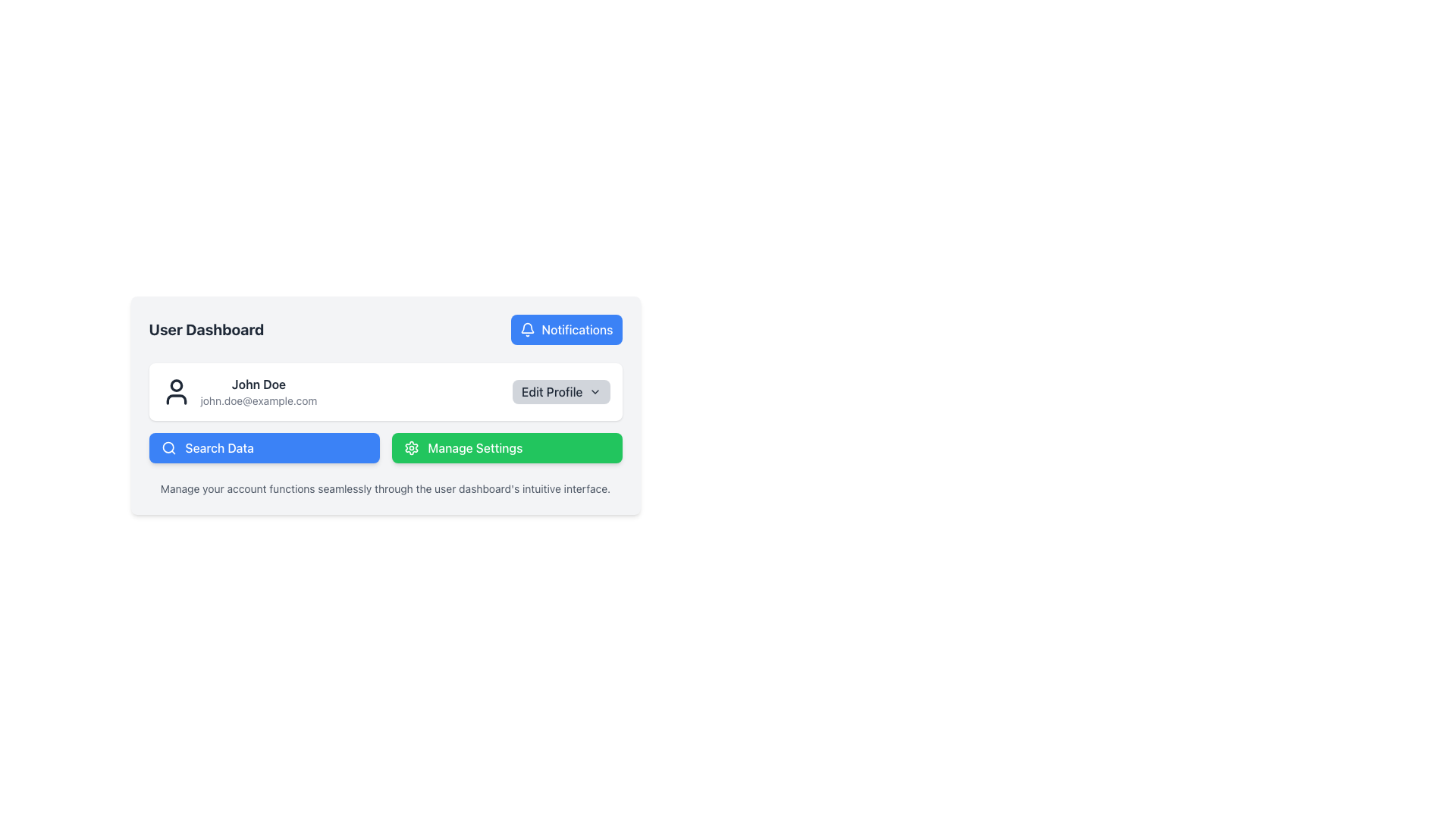 The width and height of the screenshot is (1456, 819). I want to click on the settings icon located within the green 'Manage Settings' button in the user dashboard, so click(411, 447).